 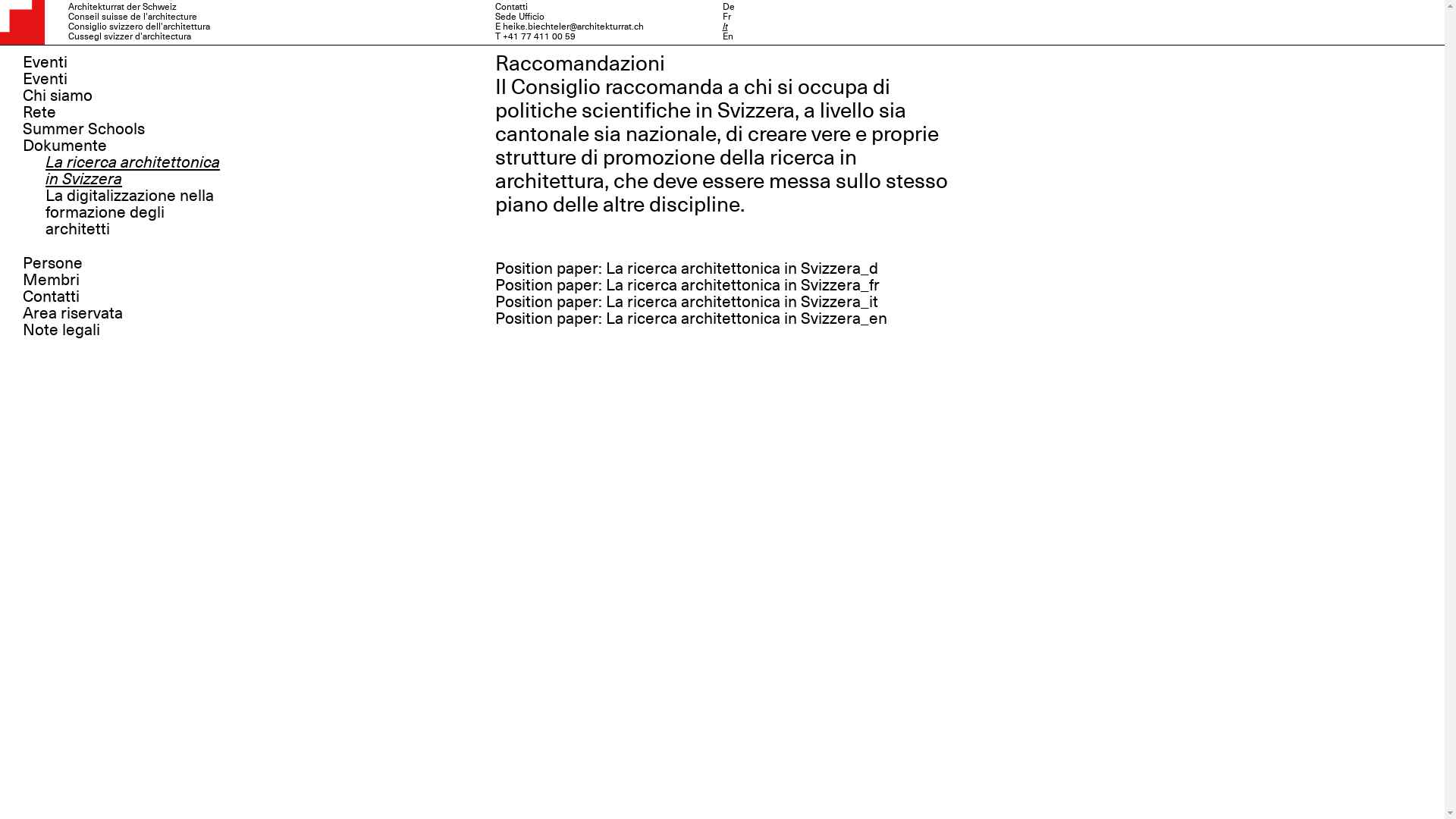 I want to click on 'Contatti', so click(x=22, y=296).